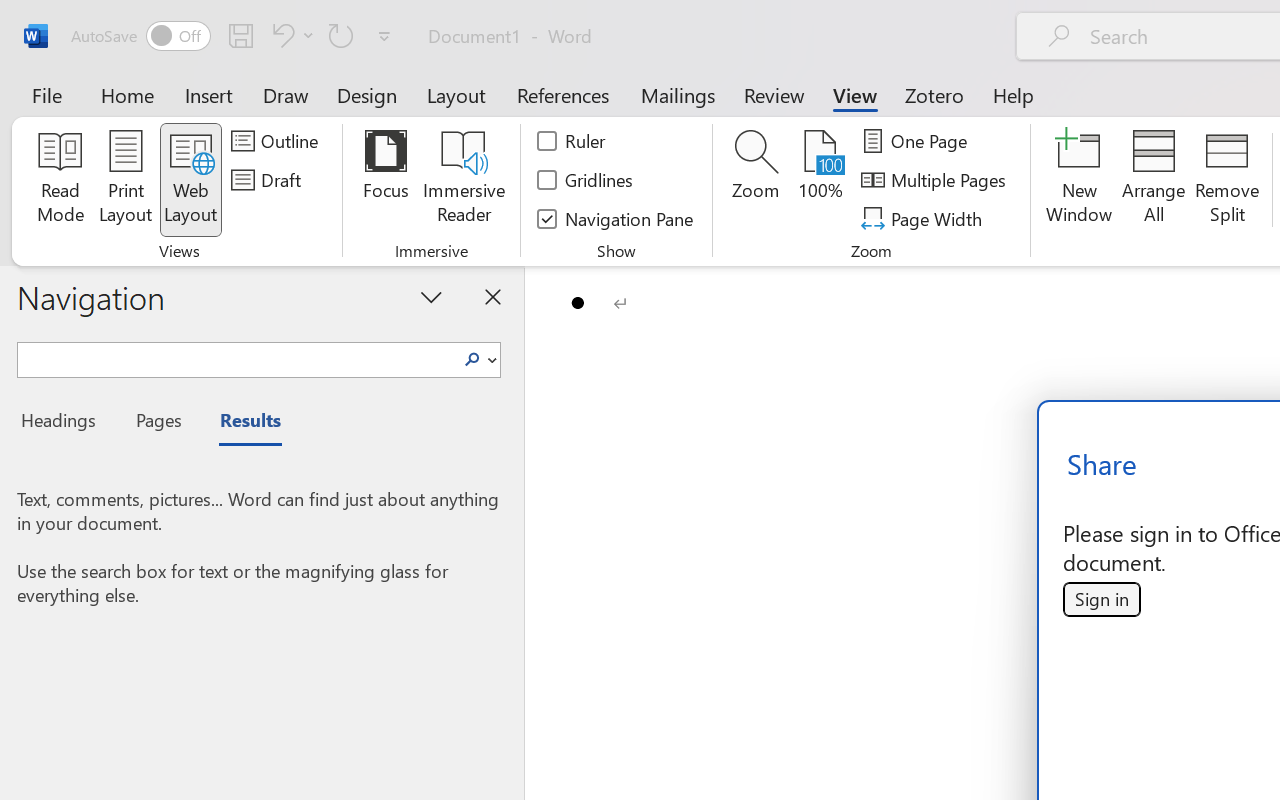 The image size is (1280, 800). Describe the element at coordinates (923, 218) in the screenshot. I see `'Page Width'` at that location.